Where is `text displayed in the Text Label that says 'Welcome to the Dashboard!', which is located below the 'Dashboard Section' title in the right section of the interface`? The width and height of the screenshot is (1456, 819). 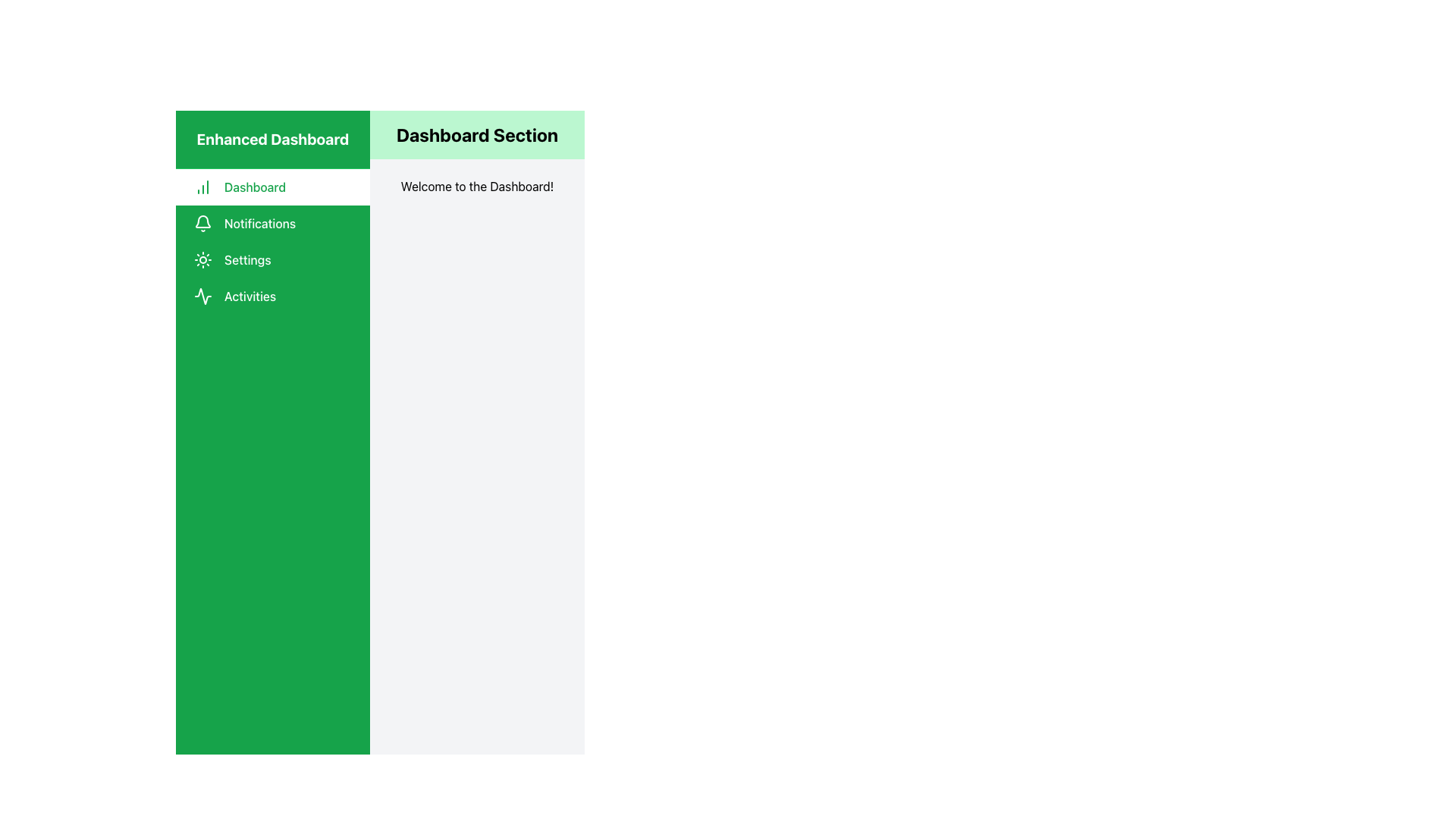
text displayed in the Text Label that says 'Welcome to the Dashboard!', which is located below the 'Dashboard Section' title in the right section of the interface is located at coordinates (476, 186).